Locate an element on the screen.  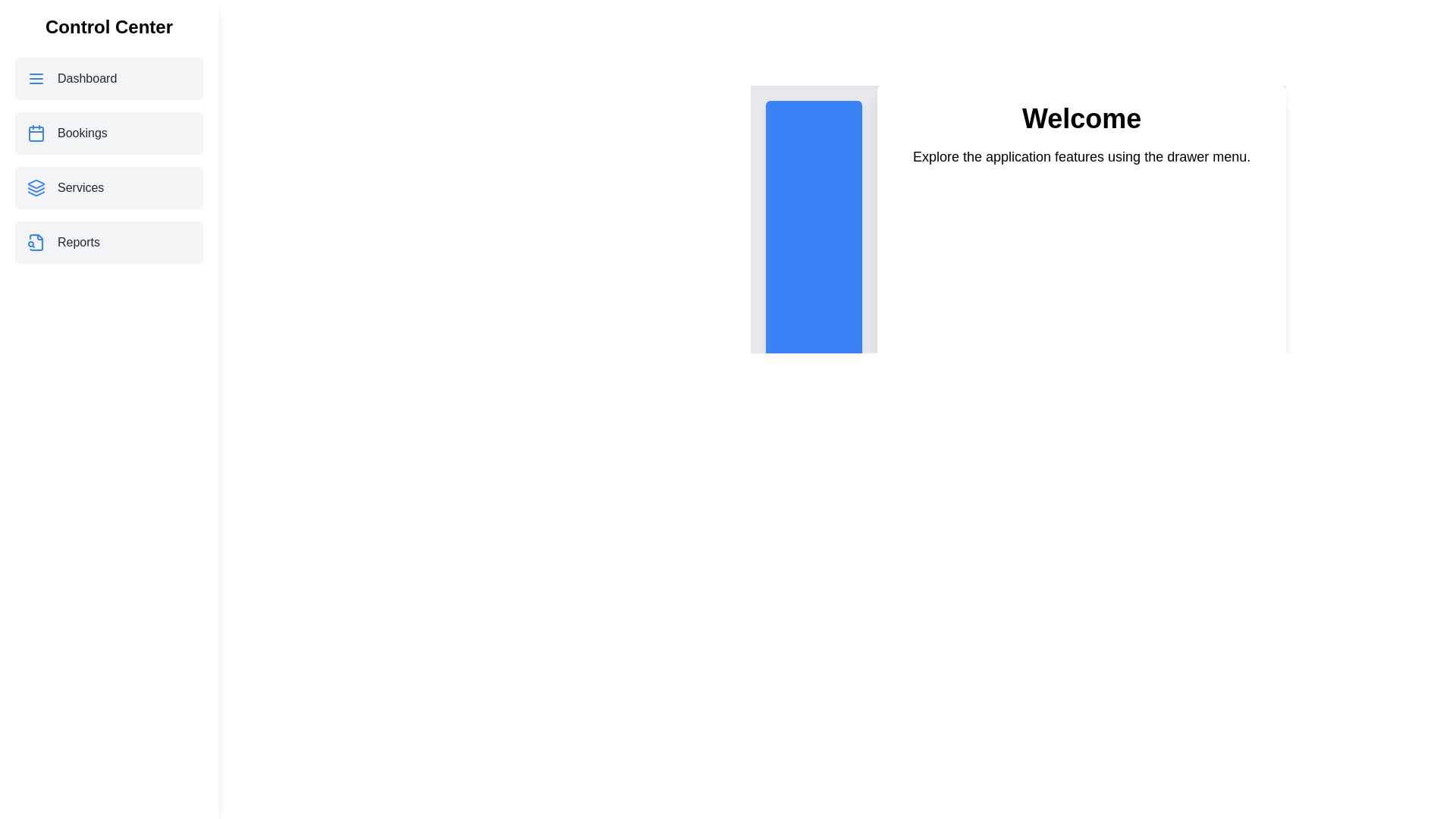
the menu item Services from the drawer is located at coordinates (108, 187).